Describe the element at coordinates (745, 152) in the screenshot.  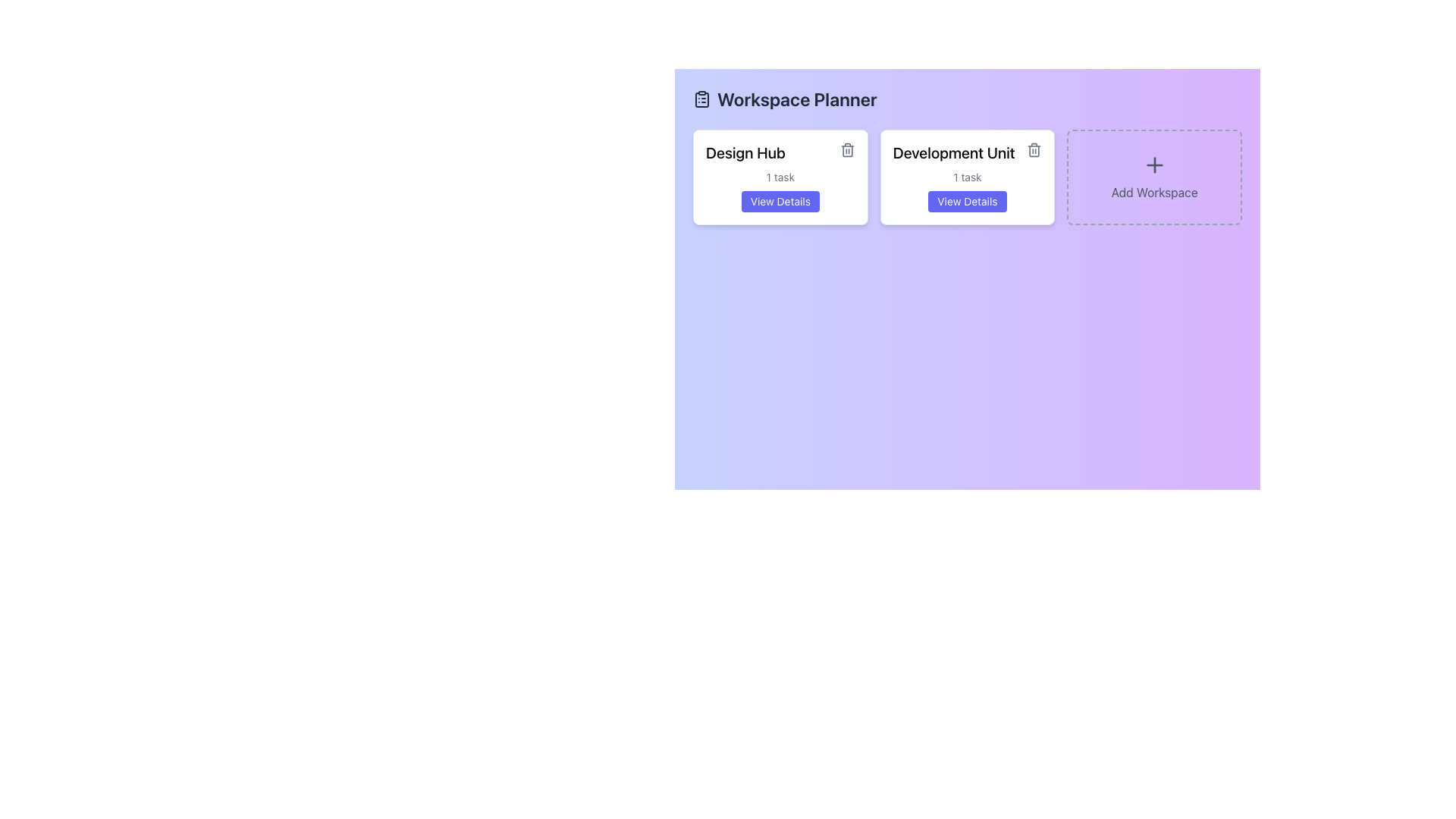
I see `text 'Design Hub' which is displayed in a larger font size and bold style, positioned in the left card under the 'Workspace Planner' heading` at that location.